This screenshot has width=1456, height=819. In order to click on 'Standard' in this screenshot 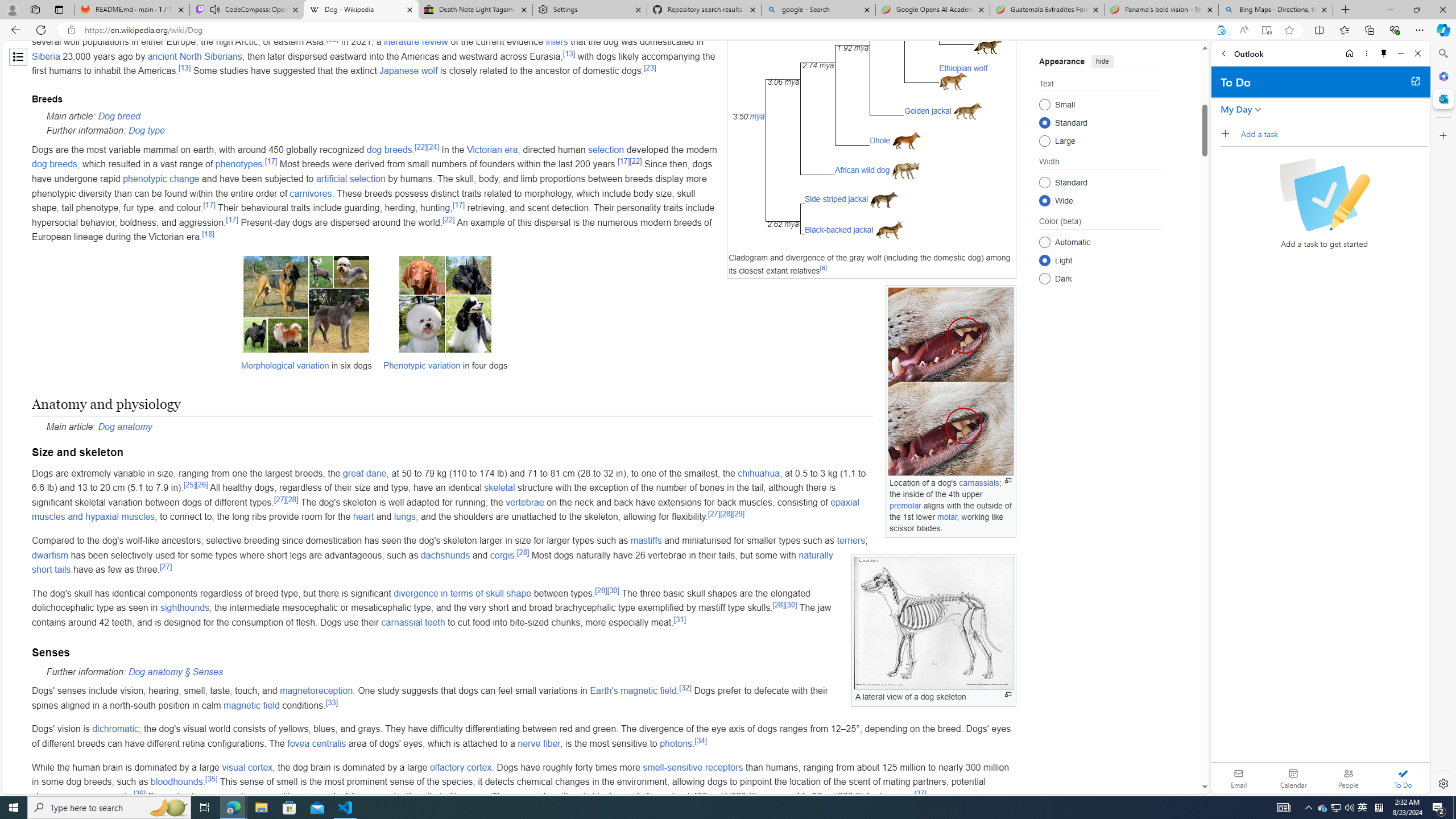, I will do `click(1044, 181)`.